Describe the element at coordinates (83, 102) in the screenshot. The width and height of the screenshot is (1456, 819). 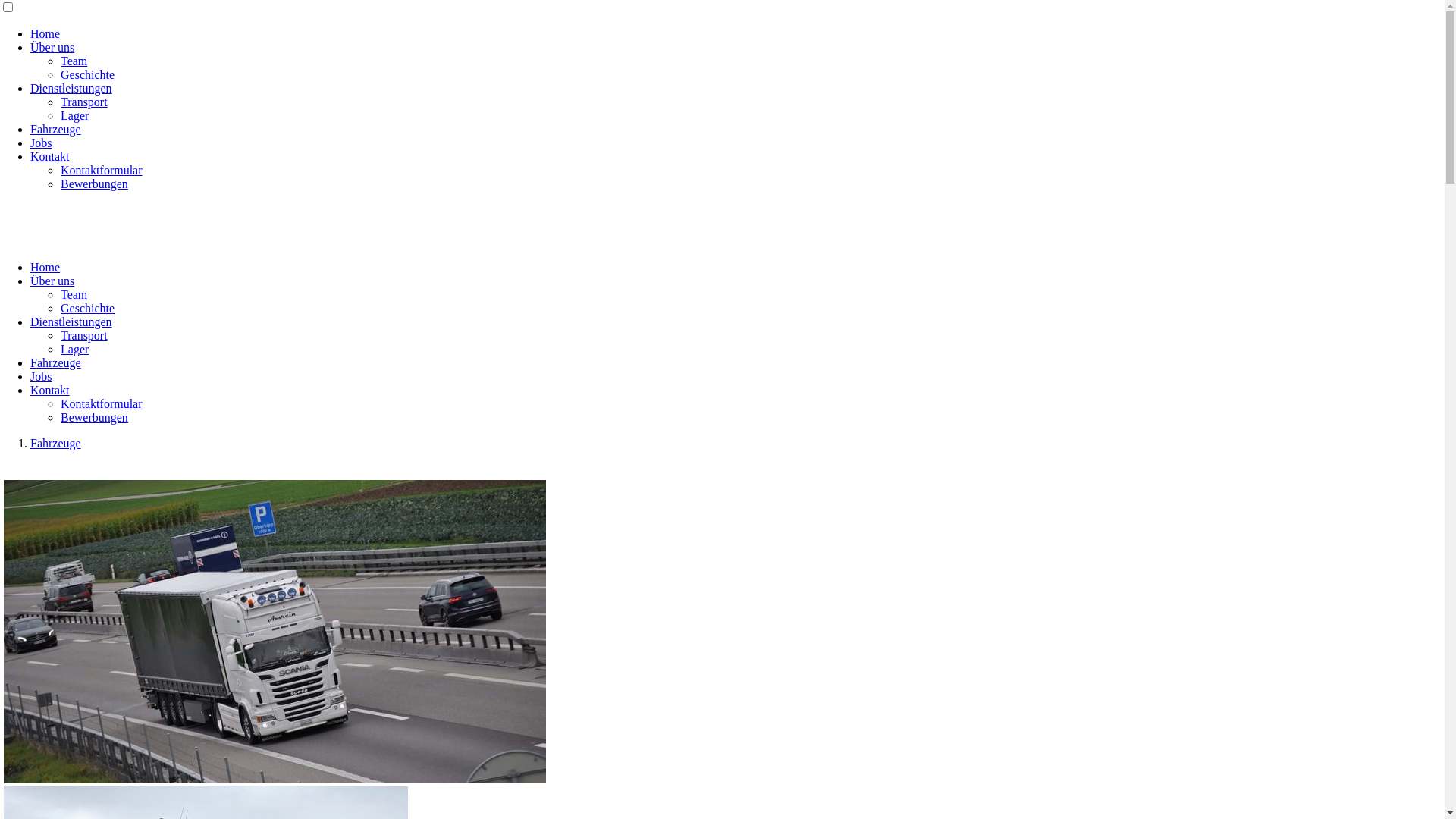
I see `'Transport'` at that location.